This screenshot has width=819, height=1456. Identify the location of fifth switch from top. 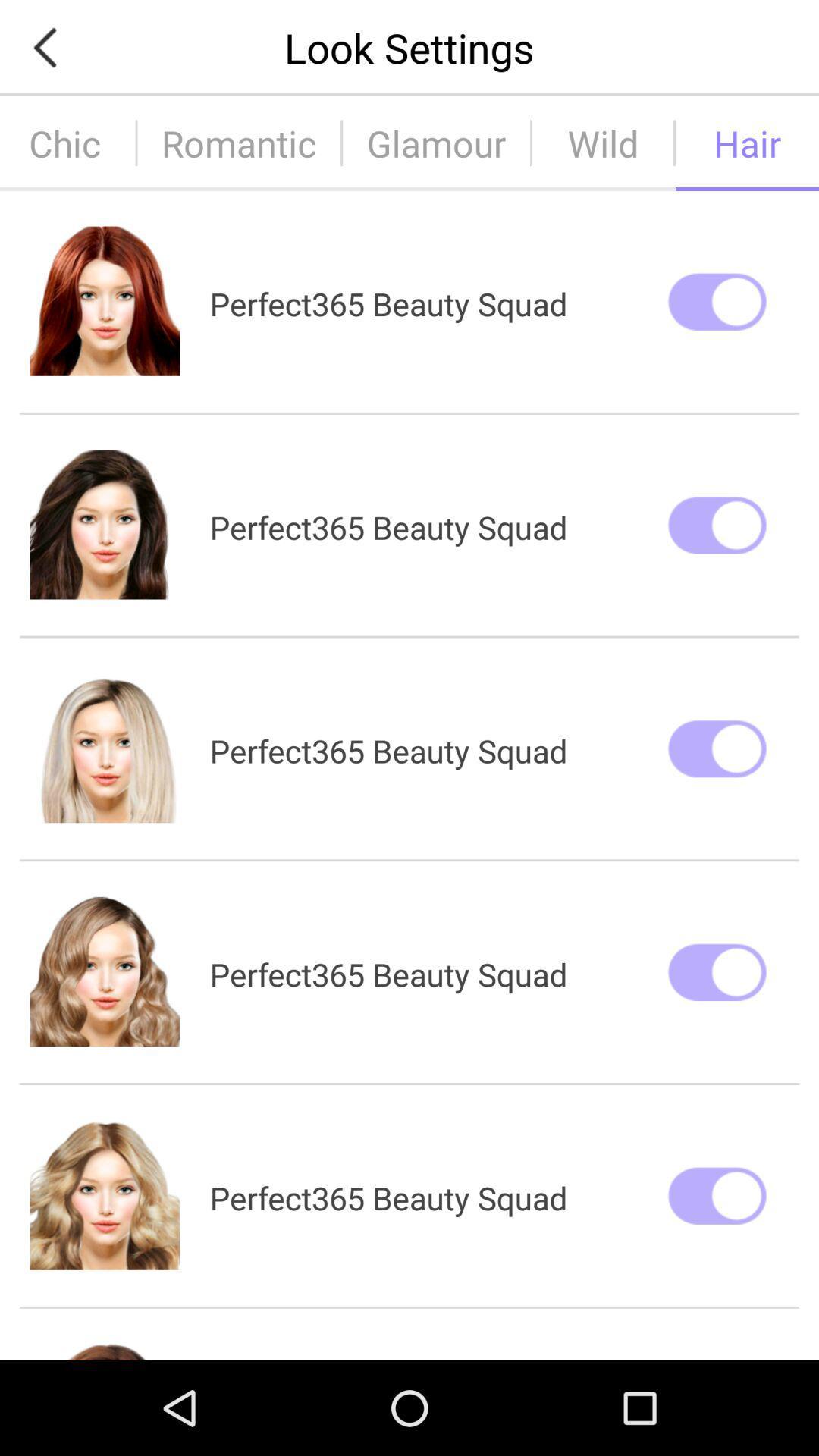
(717, 1194).